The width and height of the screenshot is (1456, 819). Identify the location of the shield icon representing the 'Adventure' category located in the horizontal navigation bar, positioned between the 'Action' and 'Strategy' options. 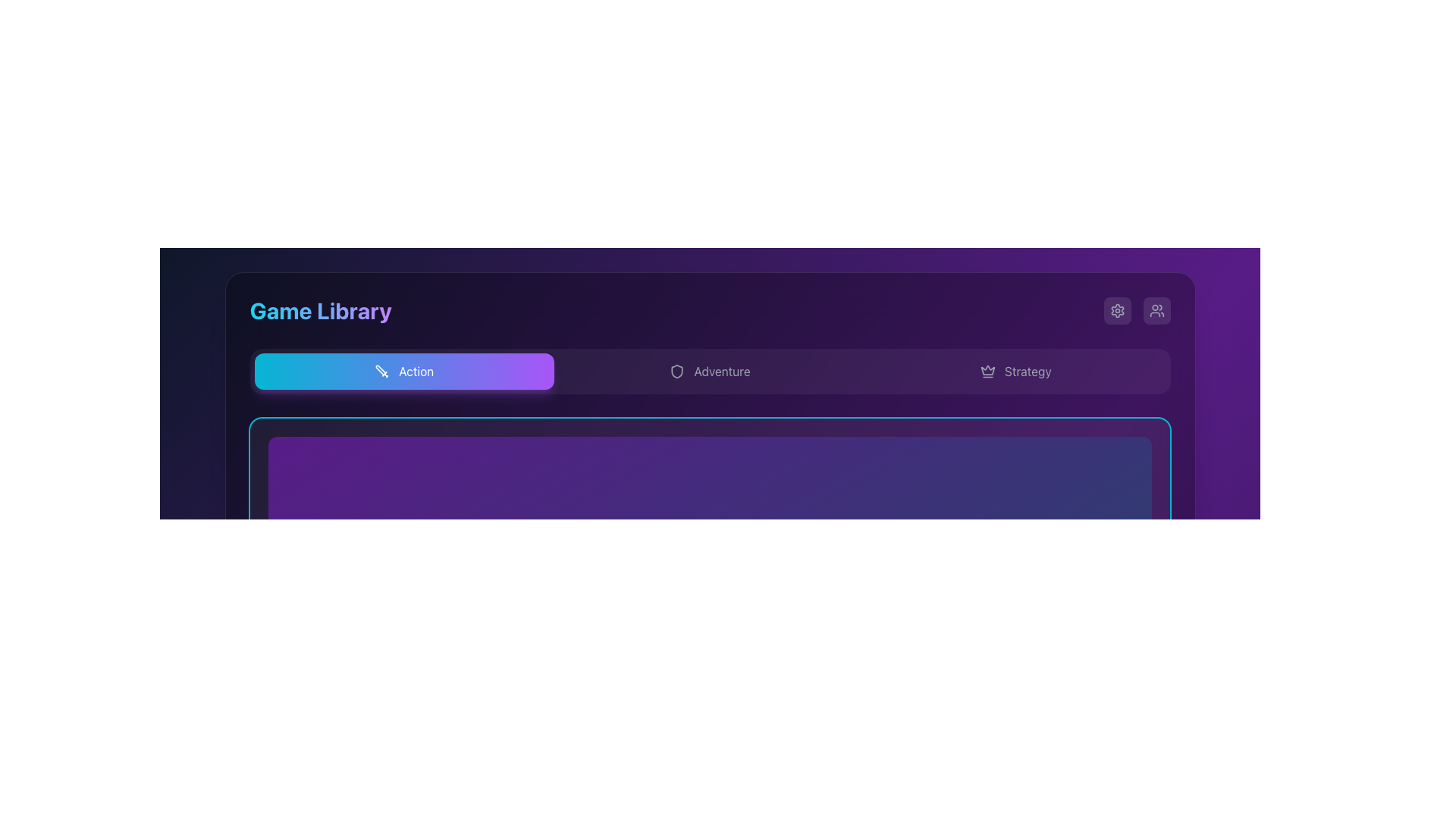
(676, 371).